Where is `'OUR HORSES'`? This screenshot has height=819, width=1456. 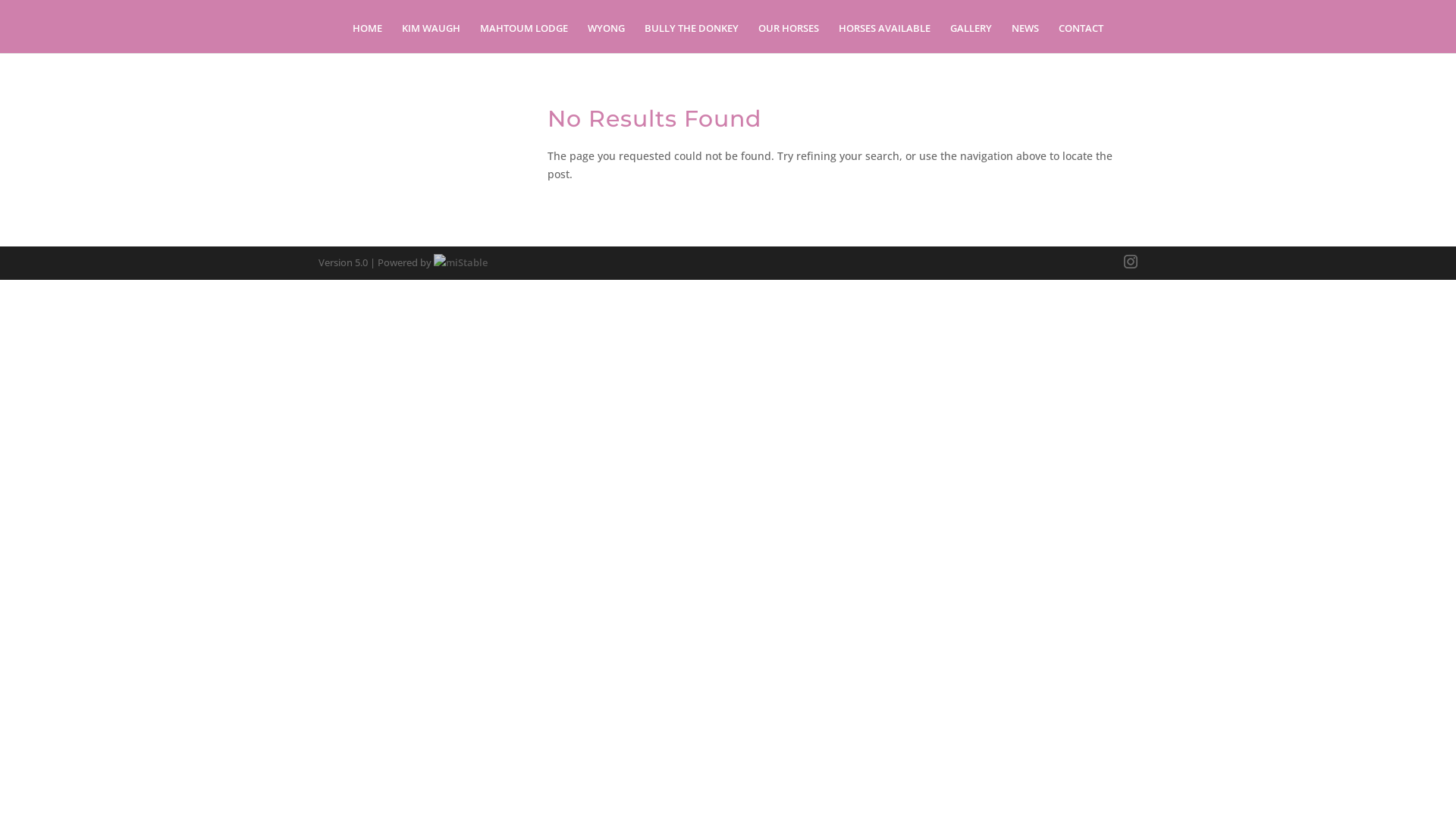 'OUR HORSES' is located at coordinates (789, 37).